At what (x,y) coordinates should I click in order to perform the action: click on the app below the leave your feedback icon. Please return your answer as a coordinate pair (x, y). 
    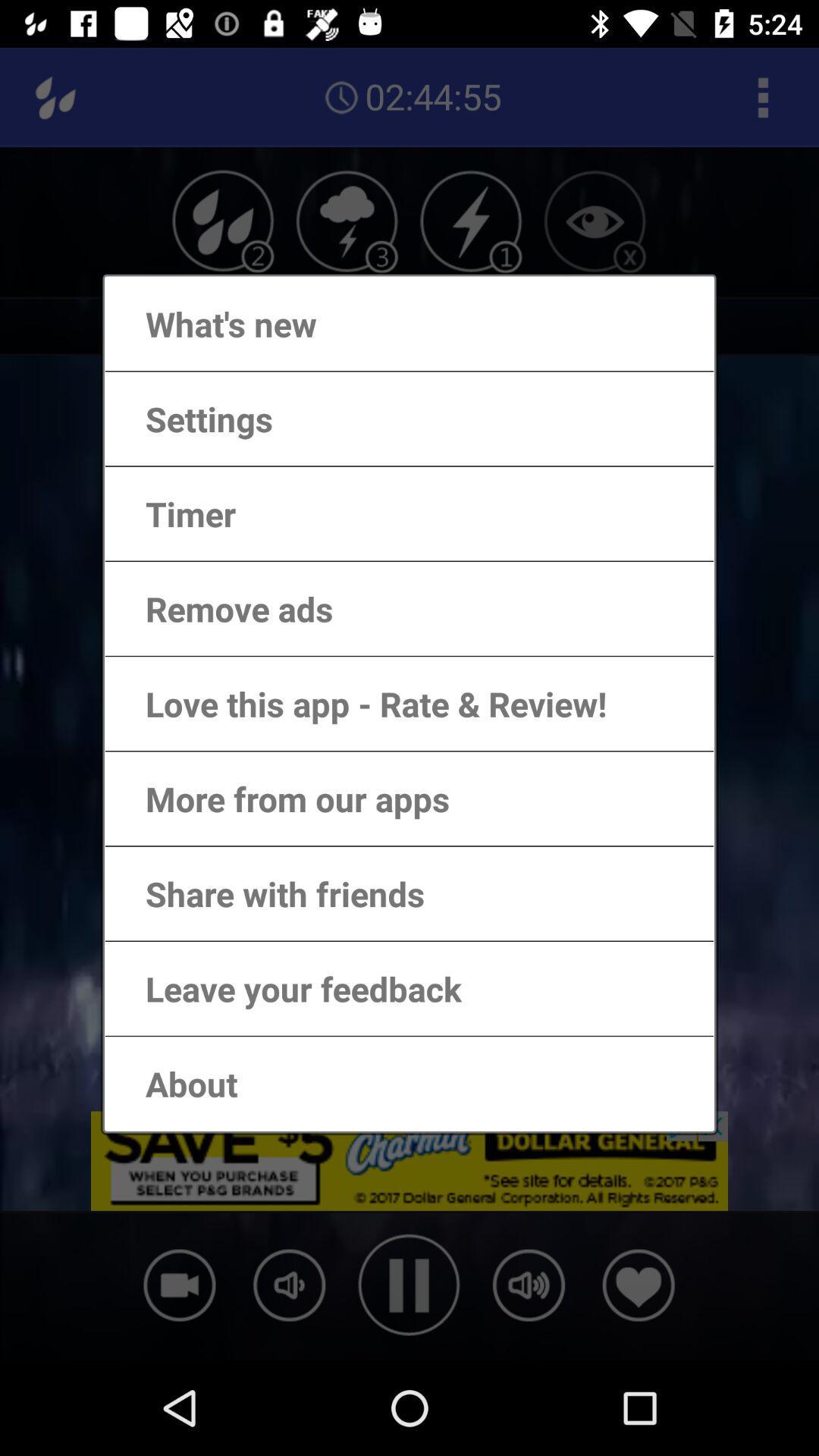
    Looking at the image, I should click on (175, 1083).